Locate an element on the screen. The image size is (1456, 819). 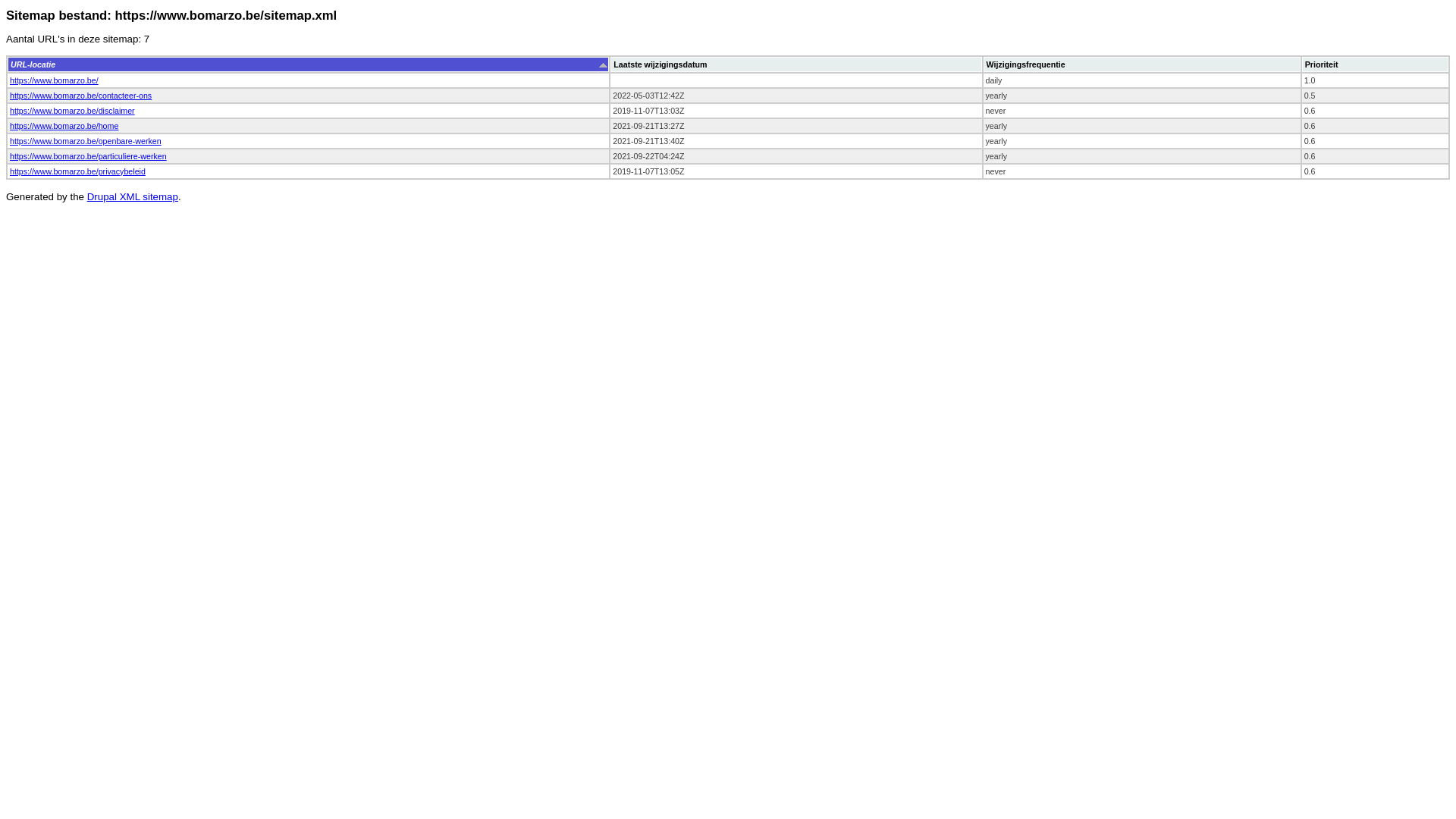
'Drupal XML sitemap' is located at coordinates (132, 196).